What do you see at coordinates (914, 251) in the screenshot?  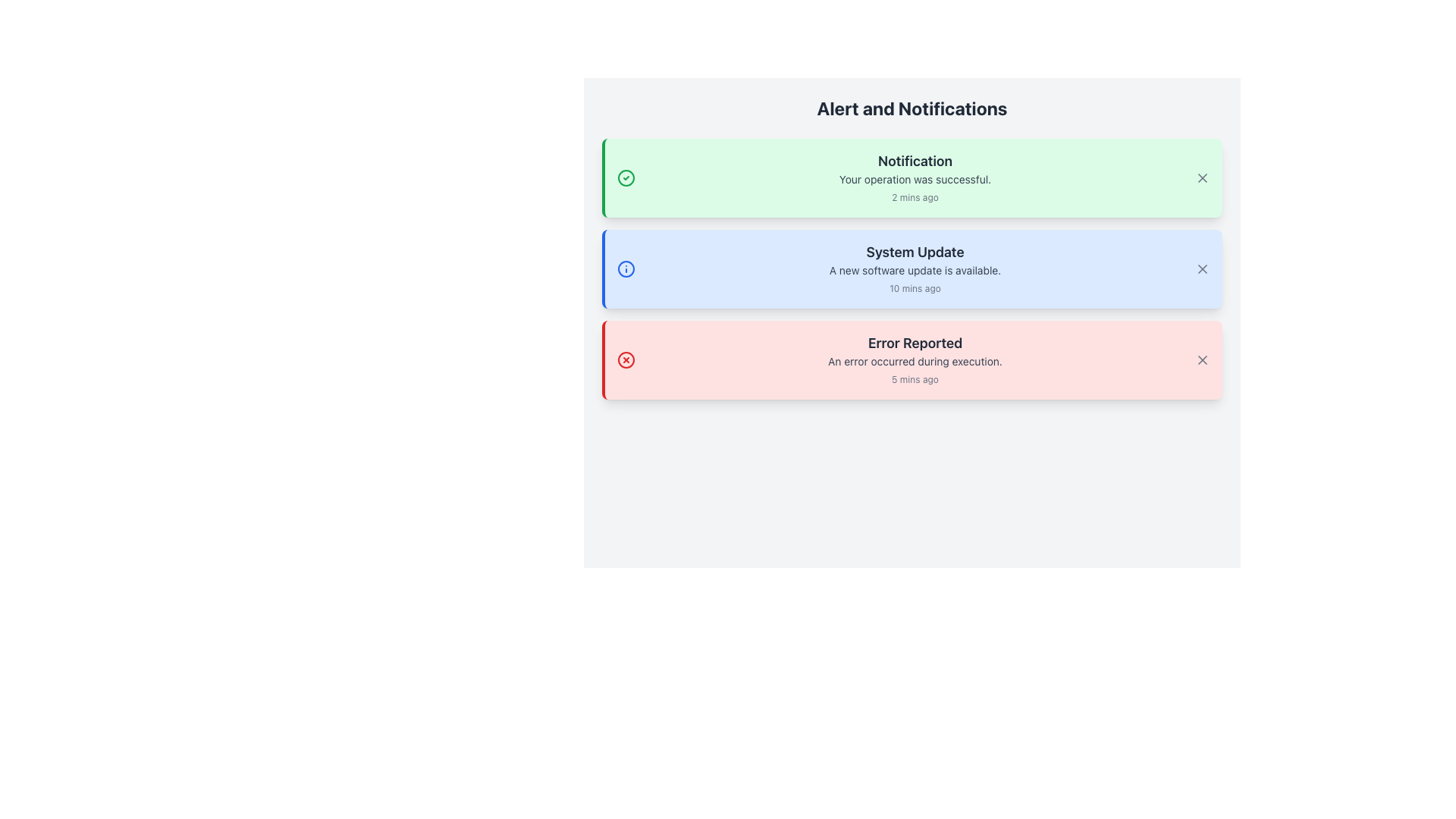 I see `the 'System Update' label which is styled in bold, larger text within a light blue notification box, located at the center of the middle notification card in a vertical list of notifications` at bounding box center [914, 251].